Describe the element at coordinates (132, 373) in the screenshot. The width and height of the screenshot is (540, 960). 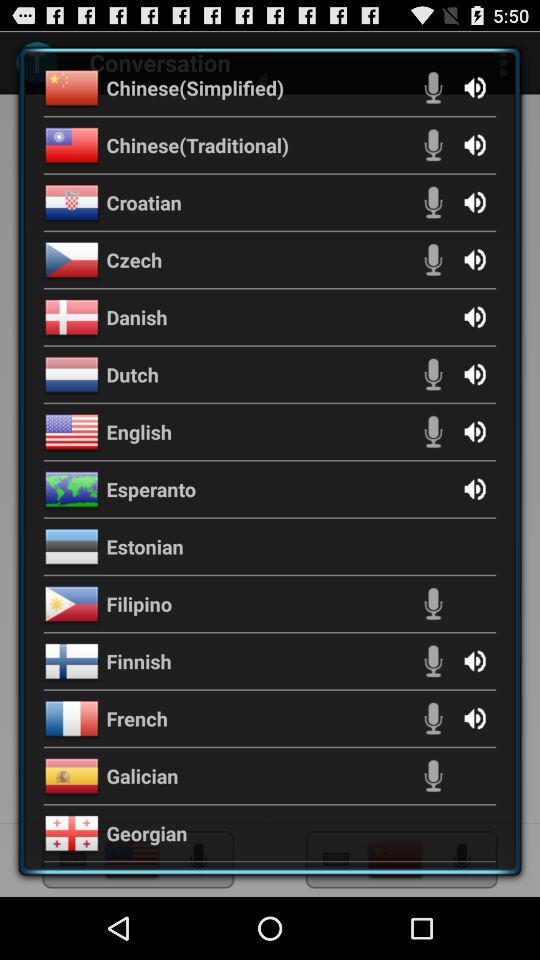
I see `app above english item` at that location.